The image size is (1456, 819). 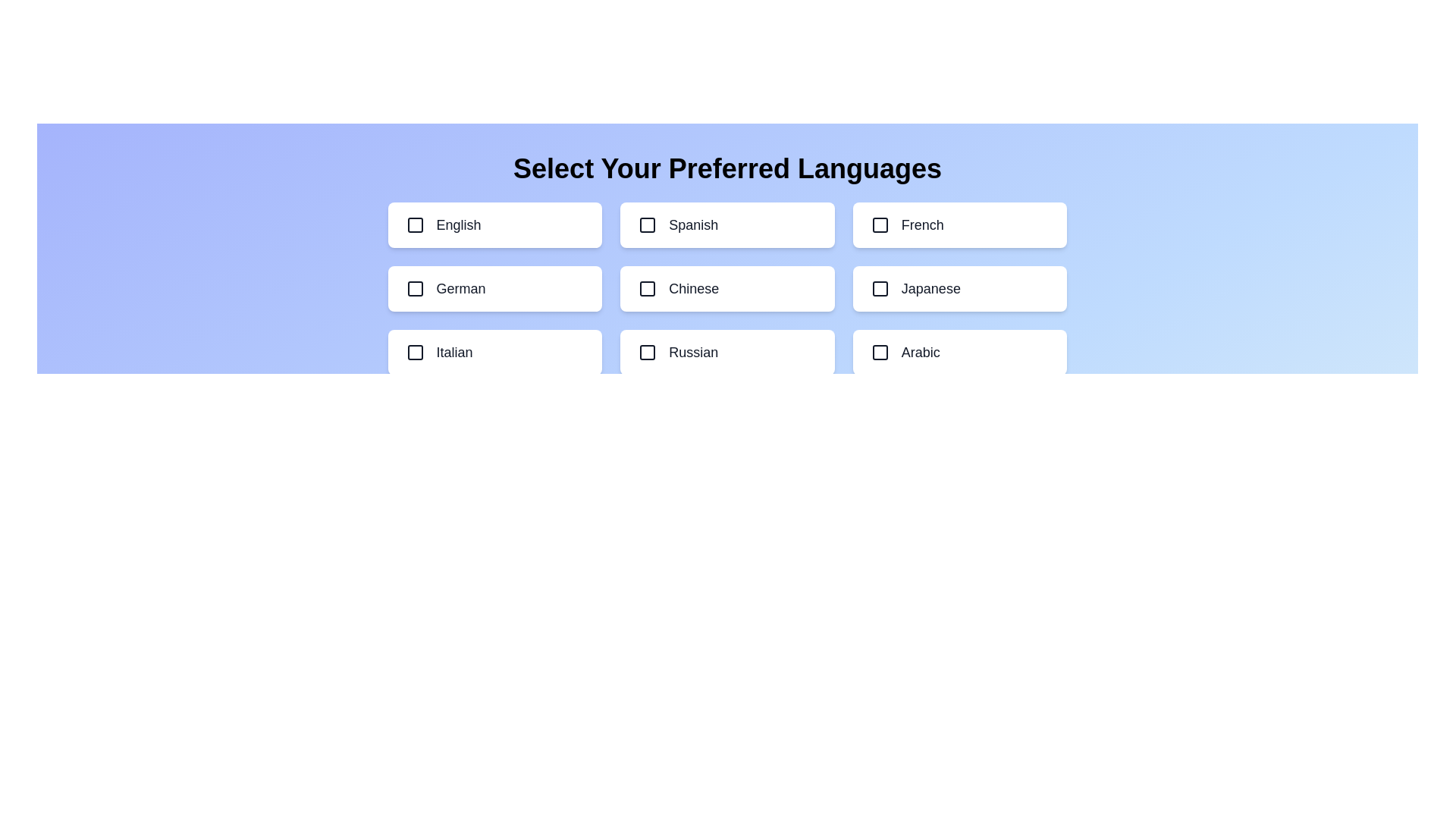 I want to click on the language option Japanese, so click(x=959, y=289).